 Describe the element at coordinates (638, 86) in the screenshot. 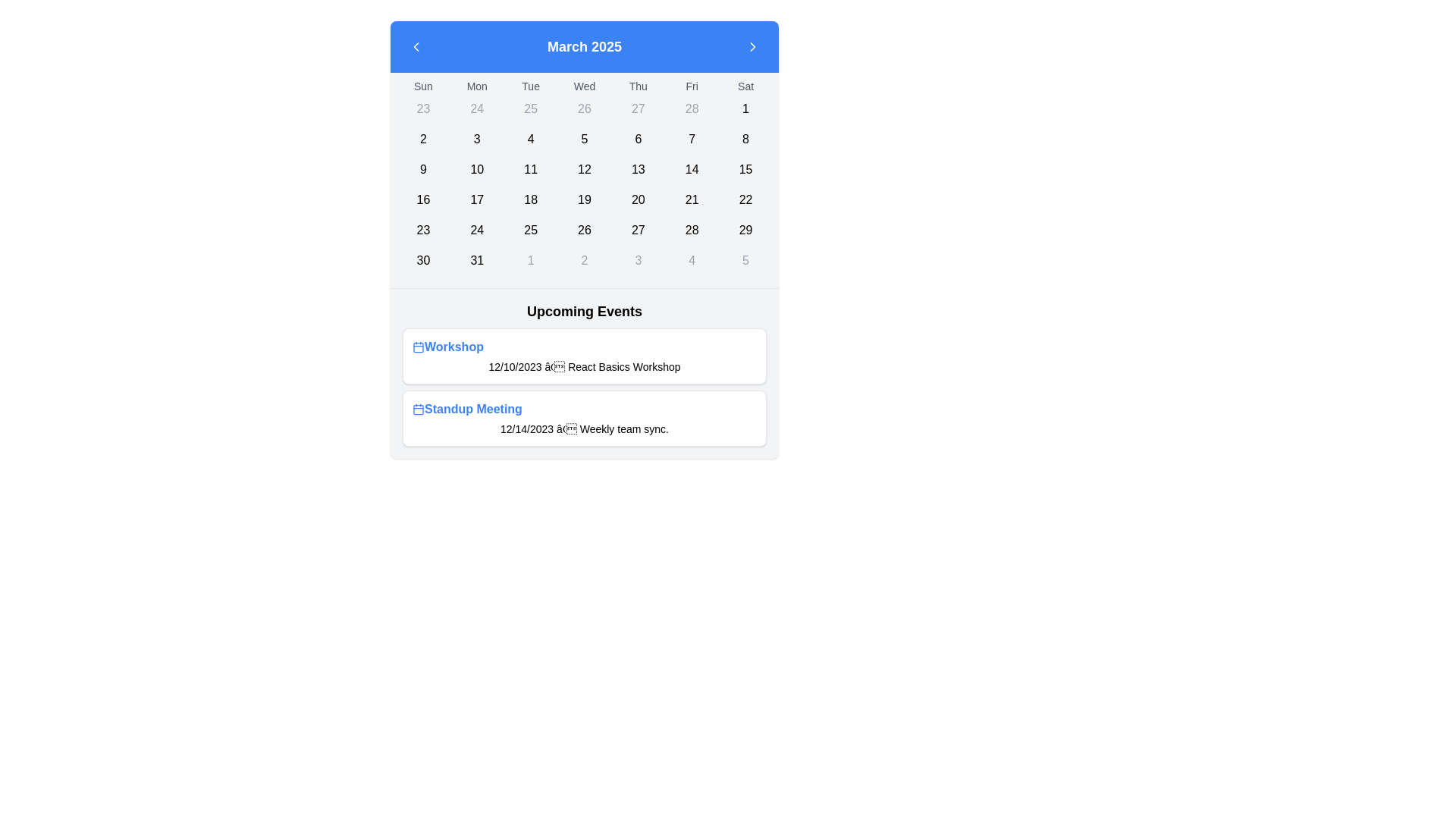

I see `the static text label displaying 'Thu', which is the fifth abbreviation in the row of weekdays, styled in gray and centered in the calendar header layout` at that location.